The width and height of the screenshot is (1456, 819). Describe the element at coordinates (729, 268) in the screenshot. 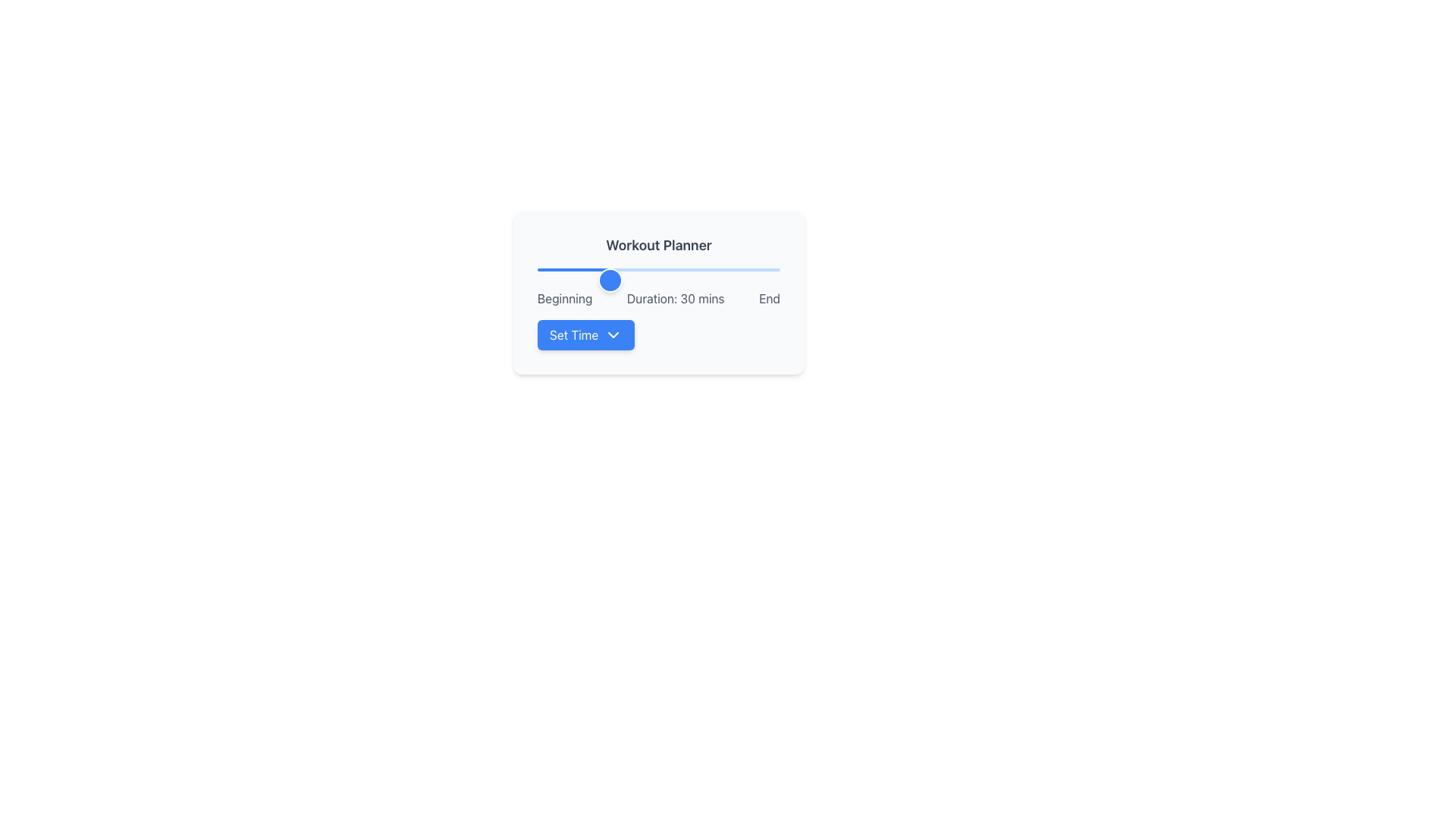

I see `the slider` at that location.